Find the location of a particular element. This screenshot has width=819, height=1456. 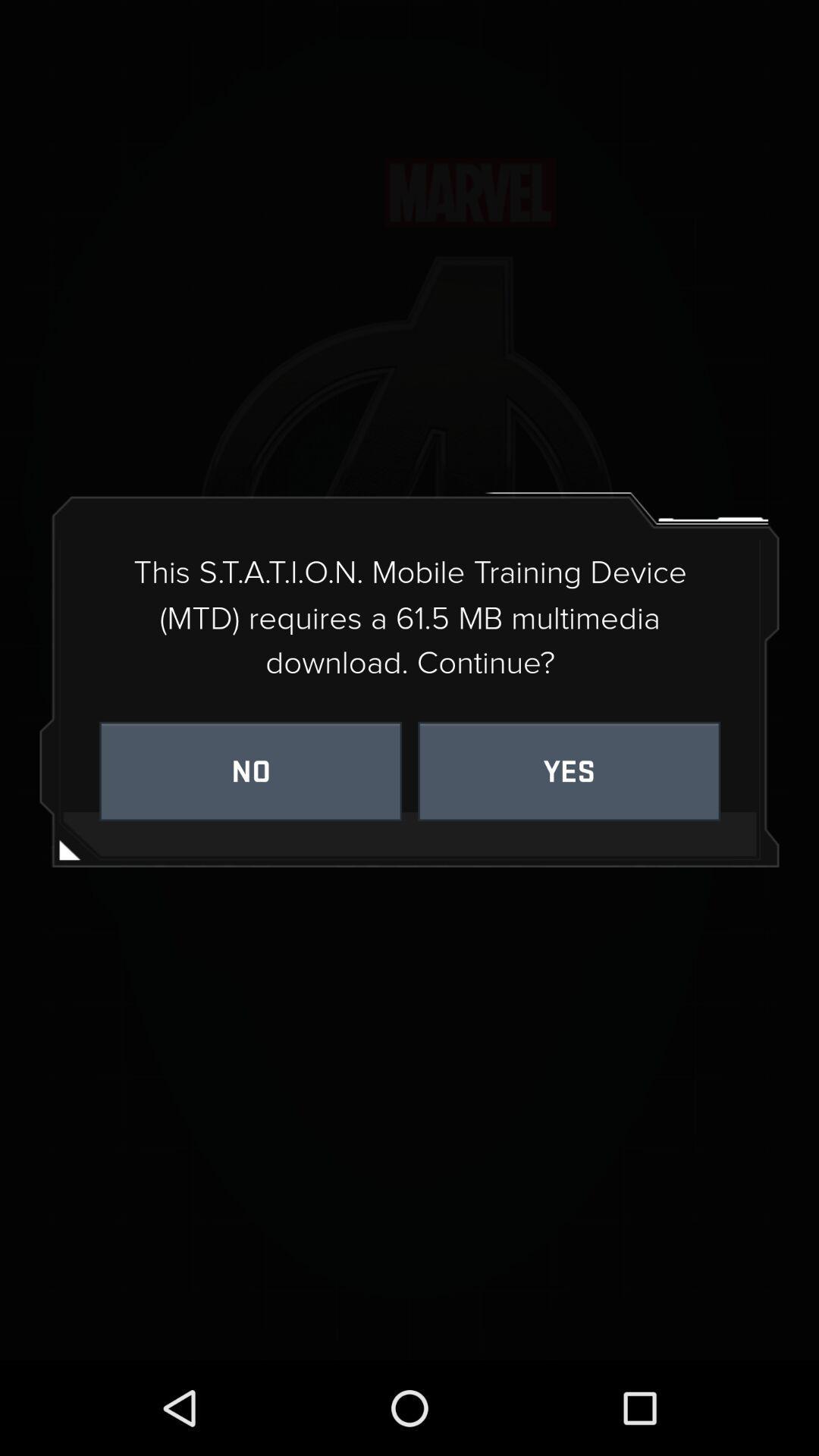

the yes is located at coordinates (569, 771).